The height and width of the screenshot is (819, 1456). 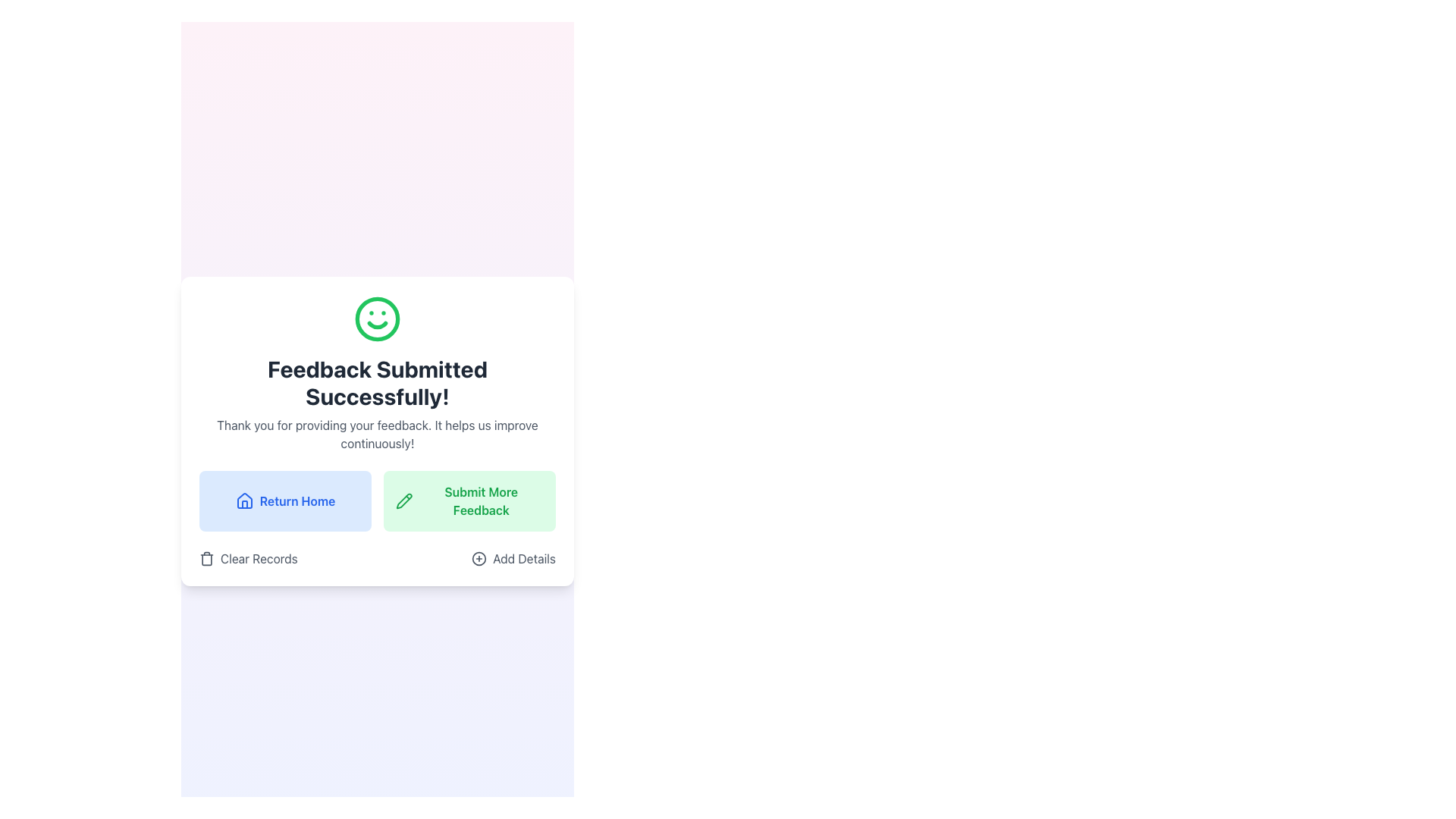 I want to click on the 'Clear Records' text label, so click(x=259, y=558).